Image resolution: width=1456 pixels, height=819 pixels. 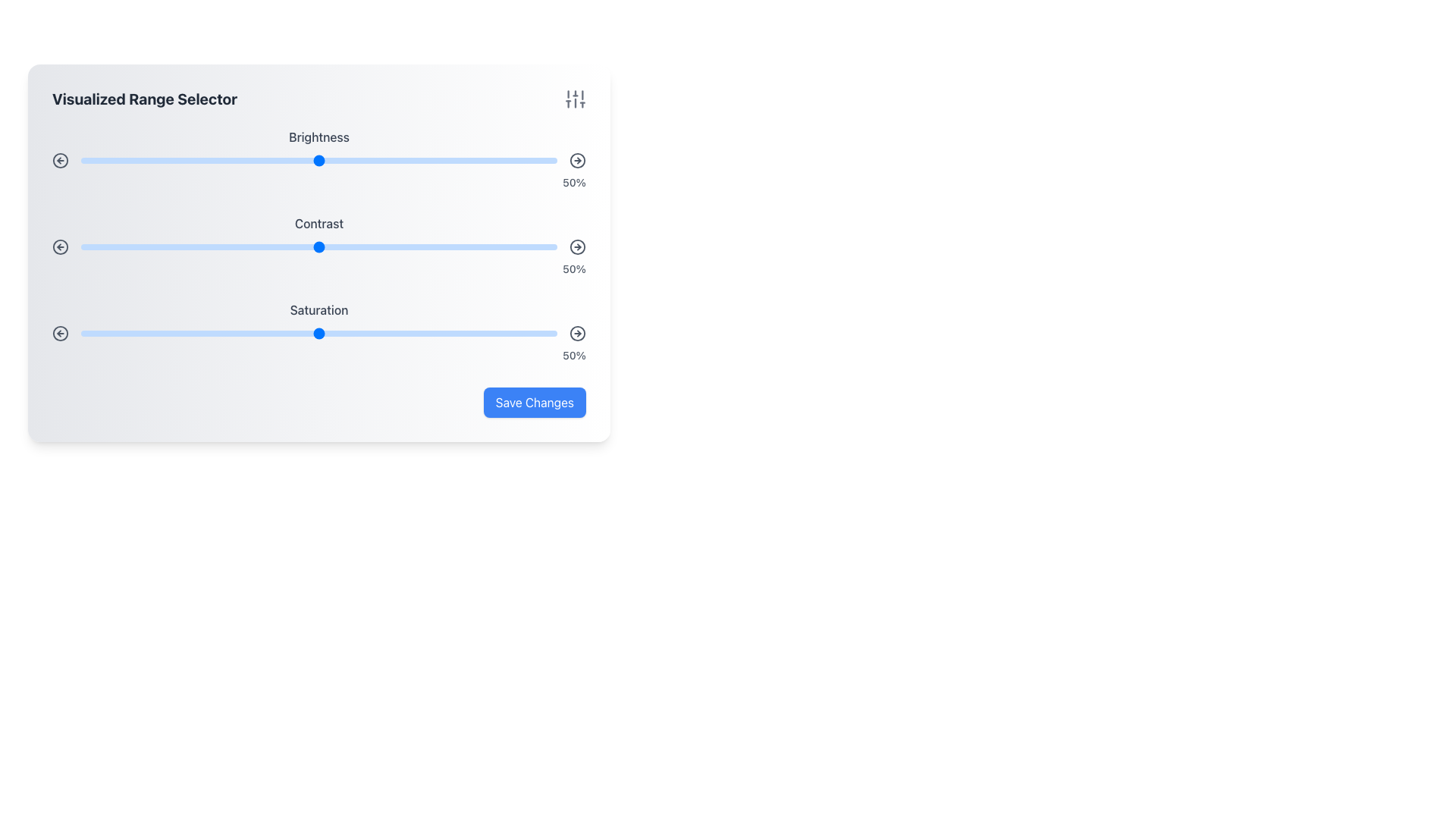 What do you see at coordinates (356, 161) in the screenshot?
I see `the brightness` at bounding box center [356, 161].